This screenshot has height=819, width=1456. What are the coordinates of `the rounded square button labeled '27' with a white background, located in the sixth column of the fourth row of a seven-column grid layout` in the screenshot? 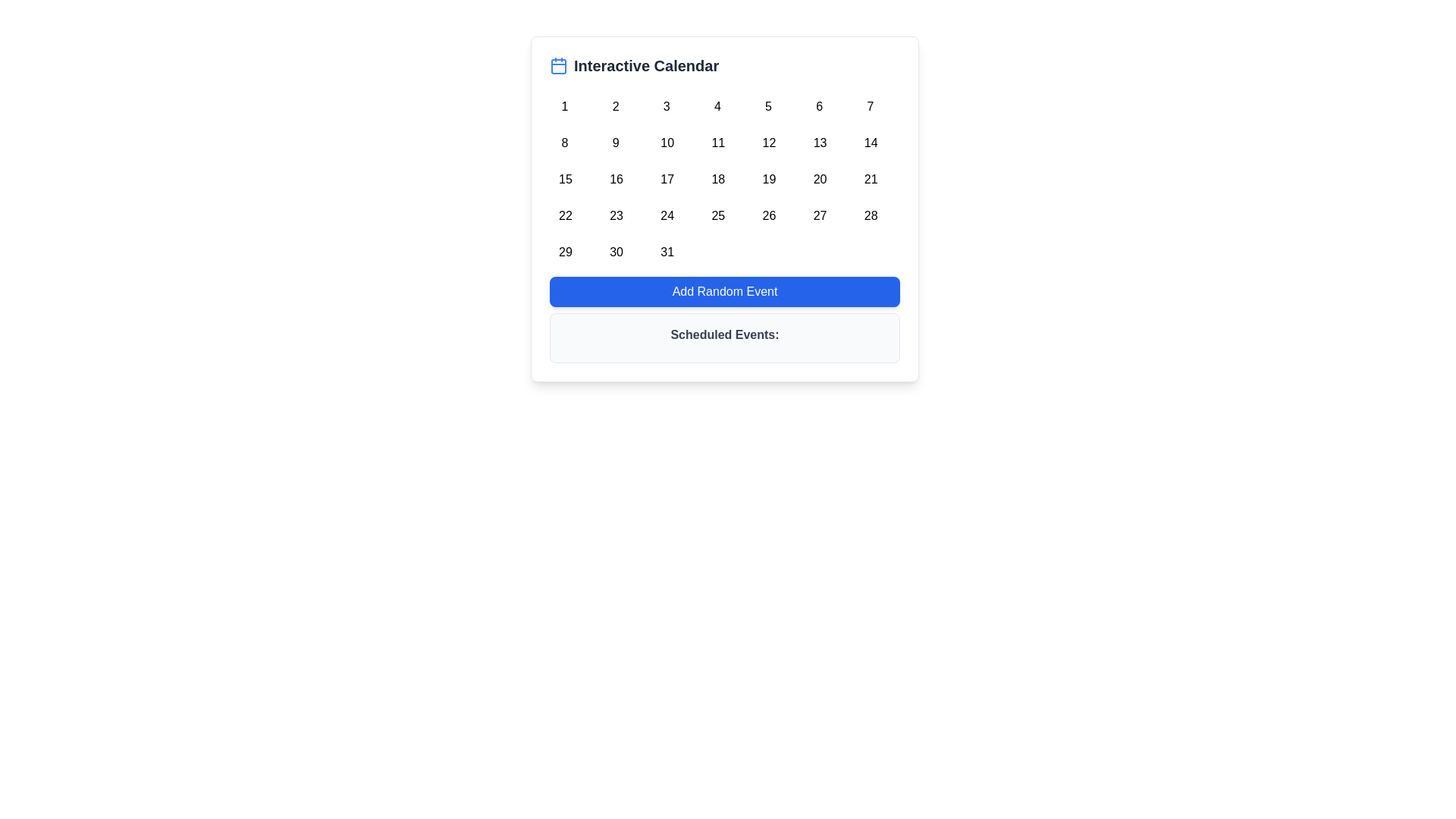 It's located at (818, 213).